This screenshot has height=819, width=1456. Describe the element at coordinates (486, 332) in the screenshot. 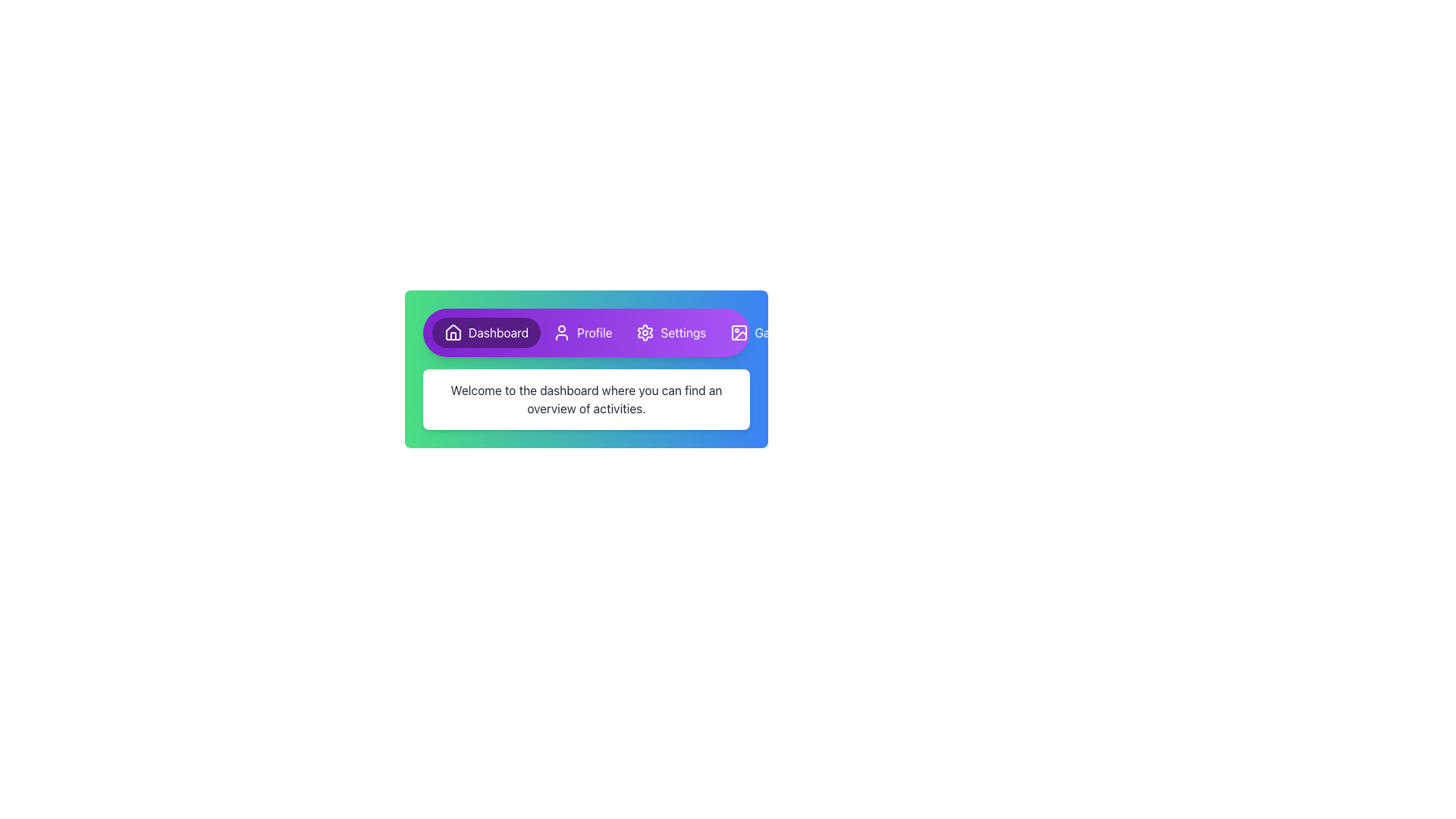

I see `the first button in the horizontally-aligned menu` at that location.